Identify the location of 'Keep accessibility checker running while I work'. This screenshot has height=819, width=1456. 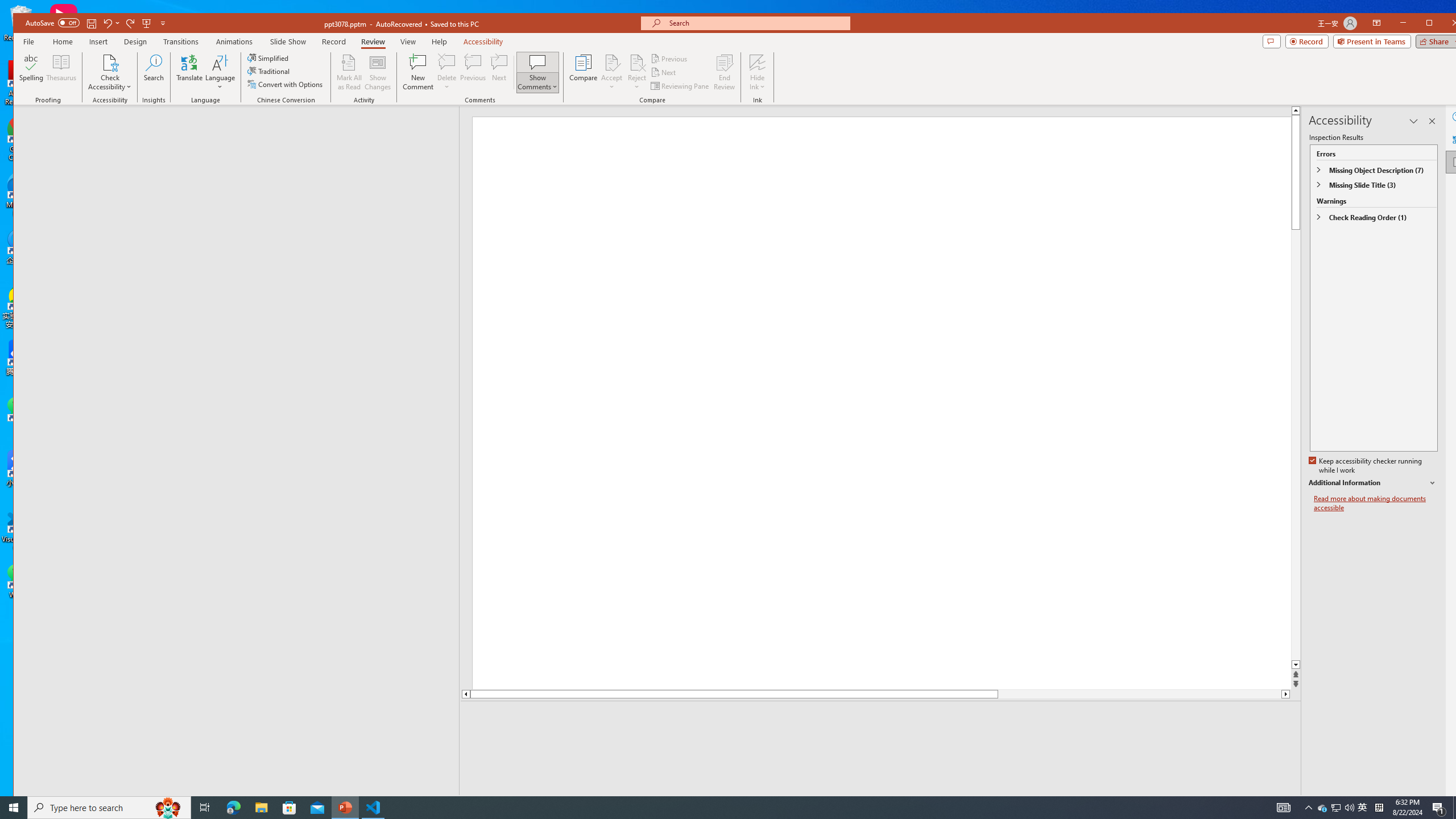
(1366, 466).